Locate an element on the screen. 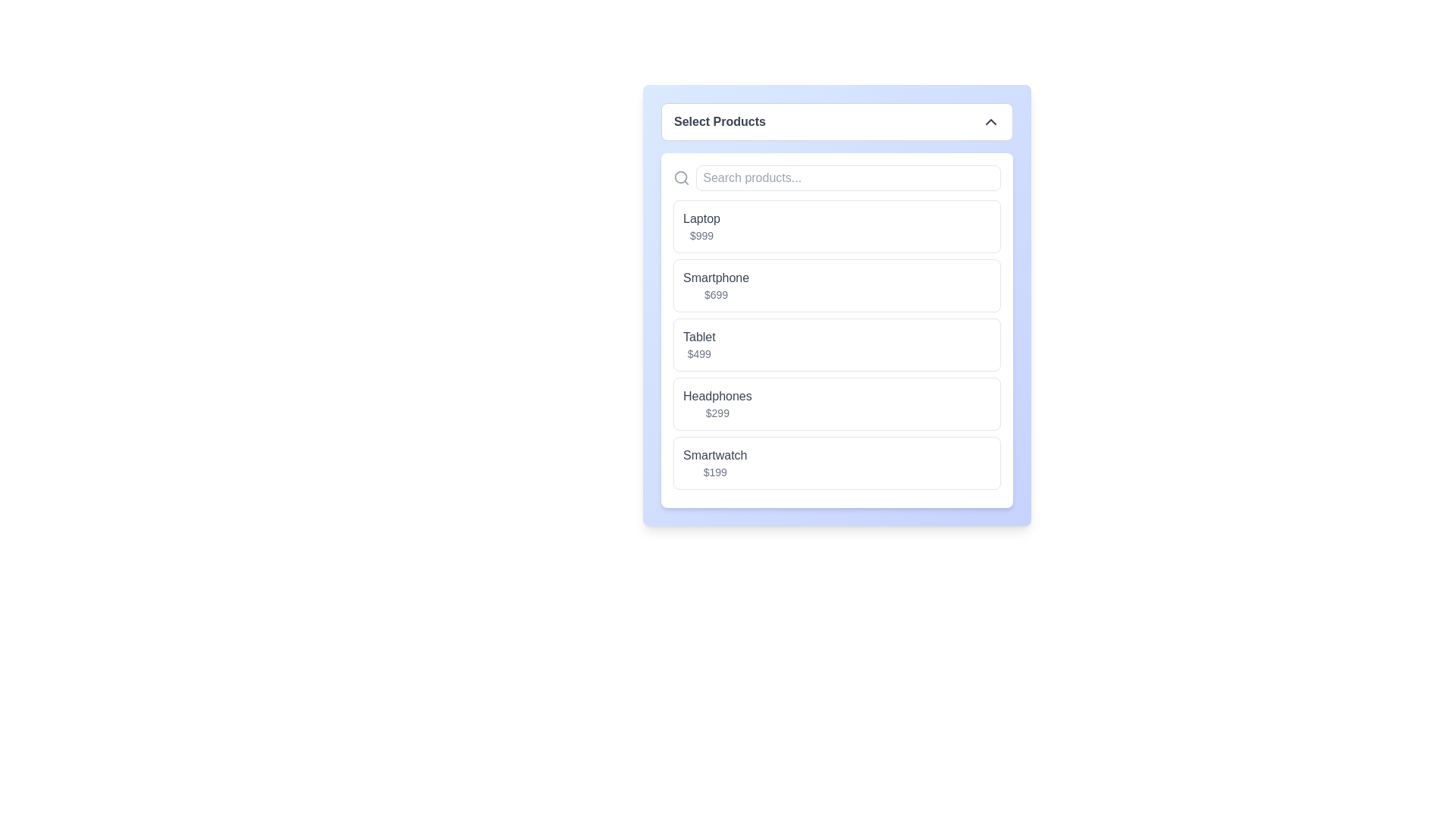 Image resolution: width=1456 pixels, height=819 pixels. the Text Label that serves as the title for the dropdown menu, located at the top left of the blue-bordered interface is located at coordinates (719, 121).